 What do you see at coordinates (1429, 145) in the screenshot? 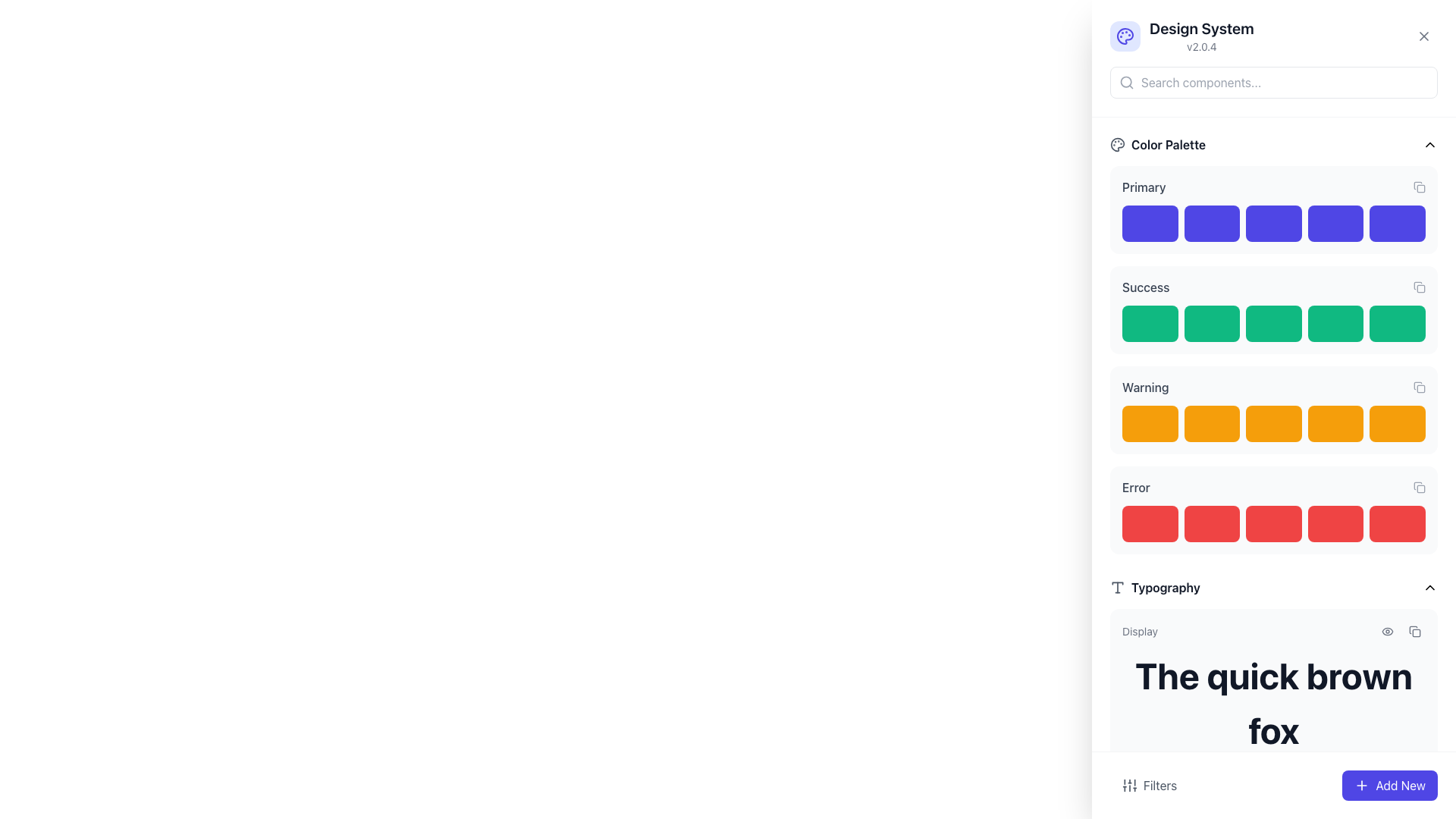
I see `the upward-pointing chevron arrow icon button located in the upper-right corner of the 'Color Palette' section header` at bounding box center [1429, 145].